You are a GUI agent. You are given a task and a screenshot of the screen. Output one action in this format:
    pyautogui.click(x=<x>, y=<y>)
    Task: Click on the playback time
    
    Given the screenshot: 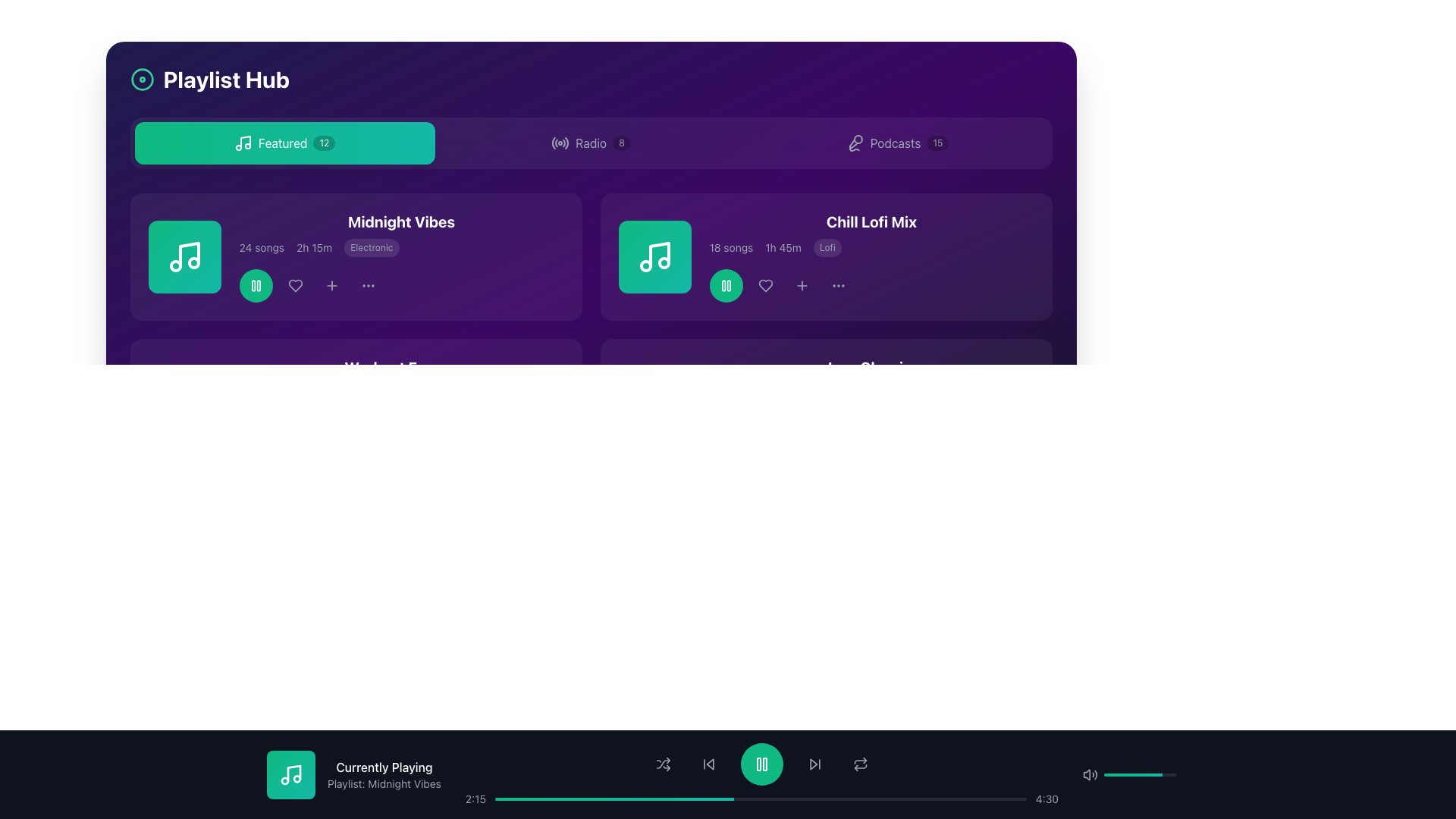 What is the action you would take?
    pyautogui.click(x=743, y=798)
    